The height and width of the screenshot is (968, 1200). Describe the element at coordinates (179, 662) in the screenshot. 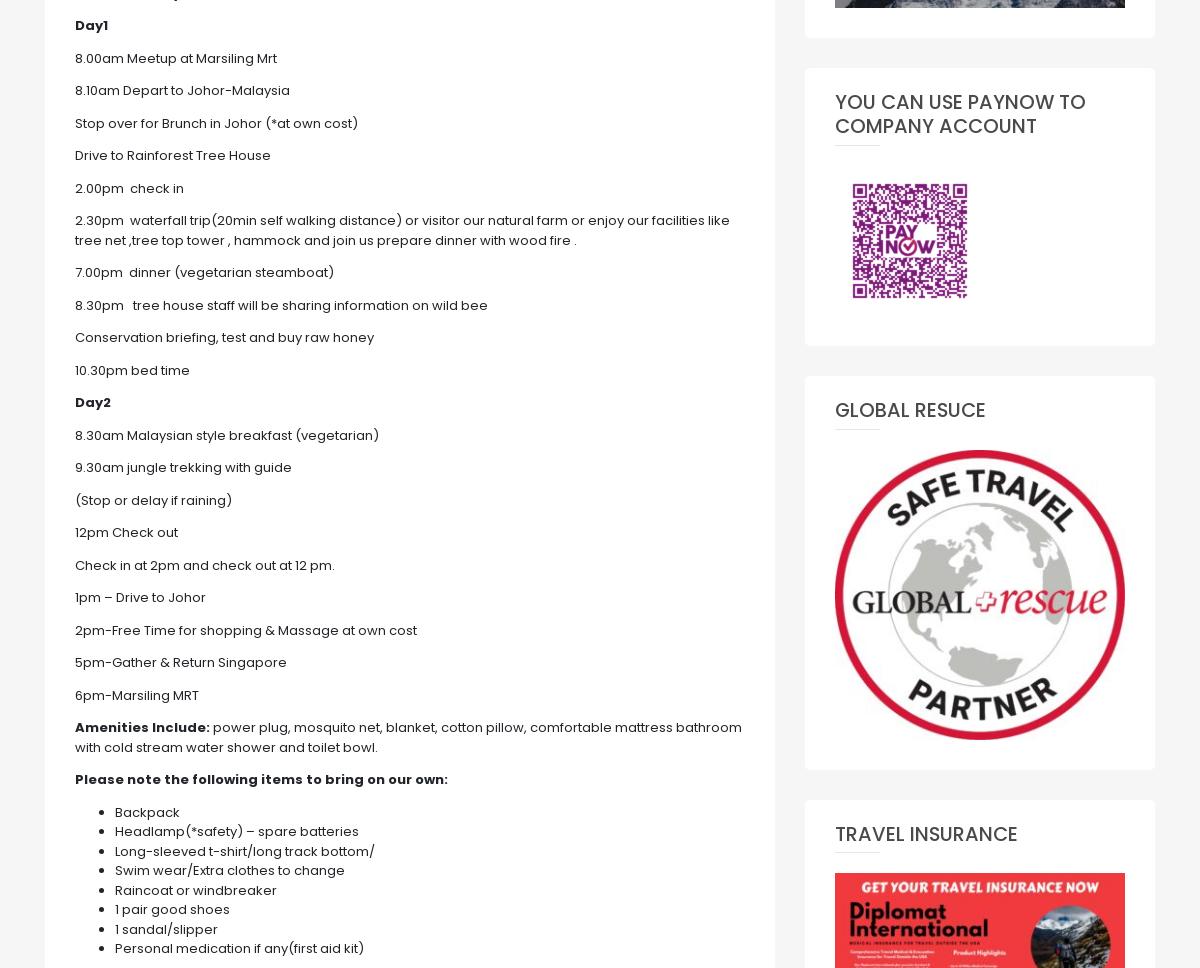

I see `'5pm-Gather & Return Singapore'` at that location.